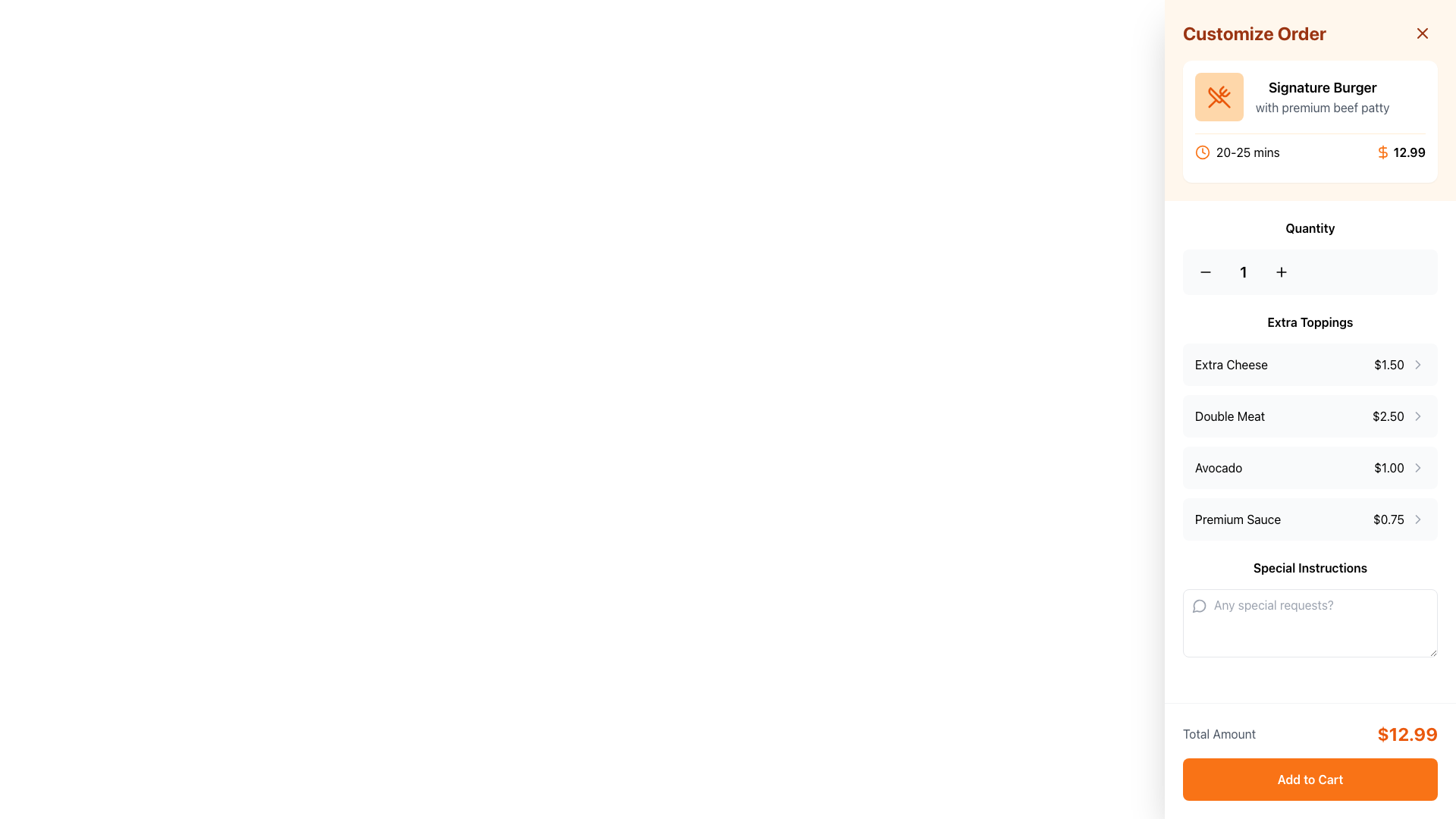  Describe the element at coordinates (1219, 96) in the screenshot. I see `the Decorative icon, which is a square-shaped icon with soft rounded edges, light orange color, and a crossed fork and knife icon in darker orange, located at the top of the right-hand sidebar for the 'Signature Burger' order customization` at that location.